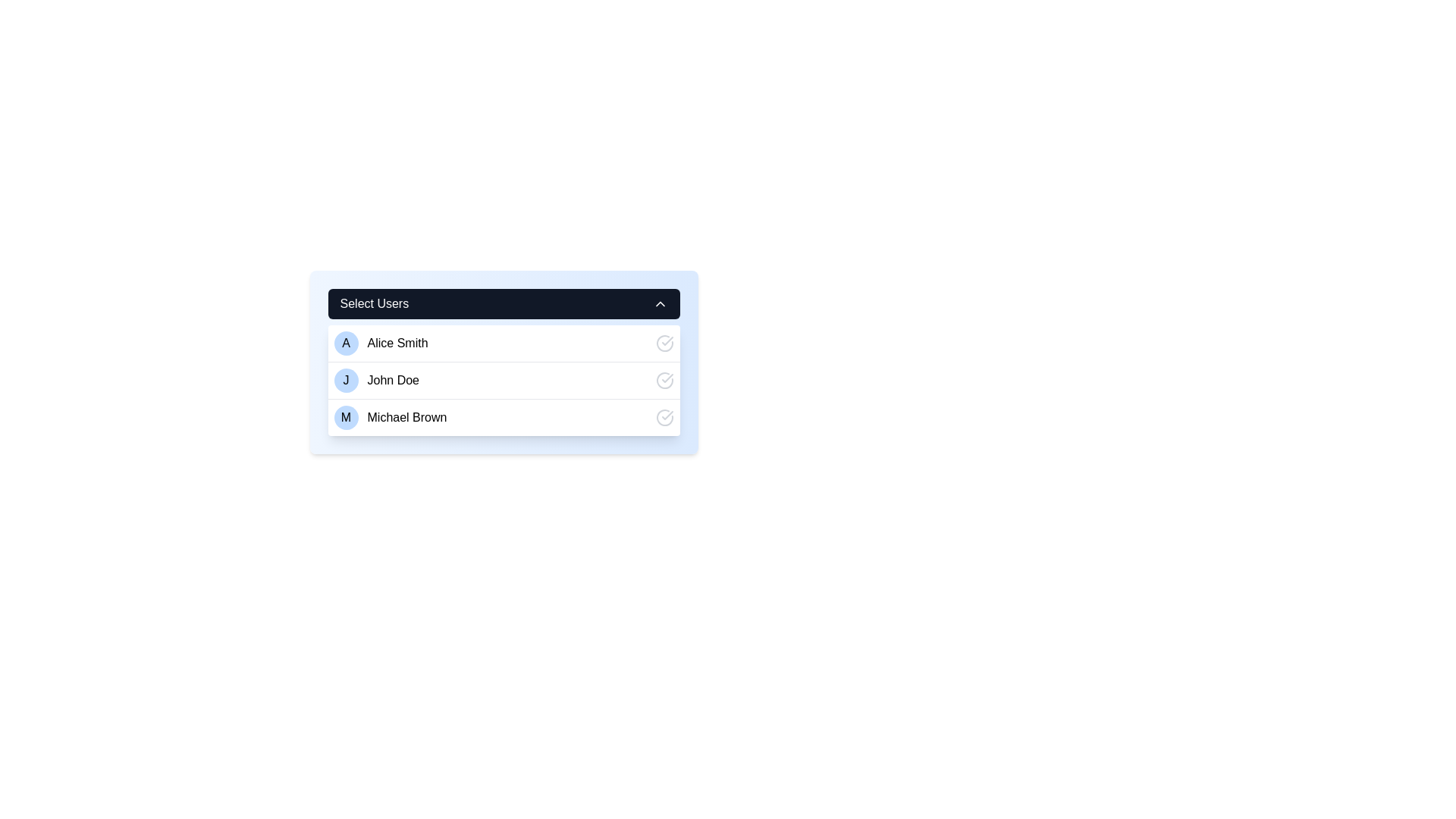 Image resolution: width=1456 pixels, height=819 pixels. What do you see at coordinates (381, 343) in the screenshot?
I see `the first list item labeled 'Alice Smith' which has a circular blue background with the letter 'A' inside, located under the 'Select Users' title` at bounding box center [381, 343].